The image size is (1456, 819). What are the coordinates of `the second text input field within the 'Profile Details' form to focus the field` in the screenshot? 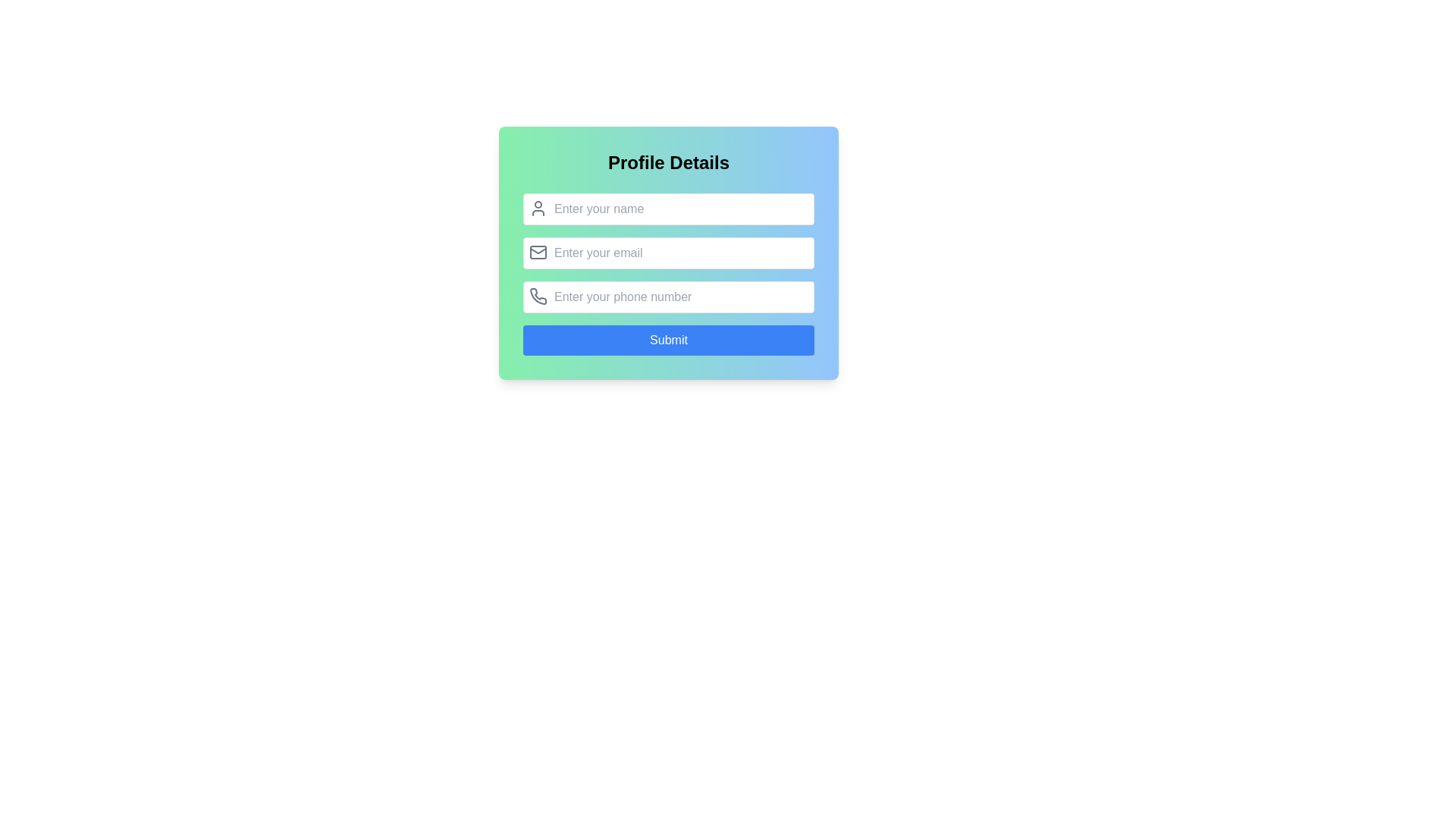 It's located at (668, 275).